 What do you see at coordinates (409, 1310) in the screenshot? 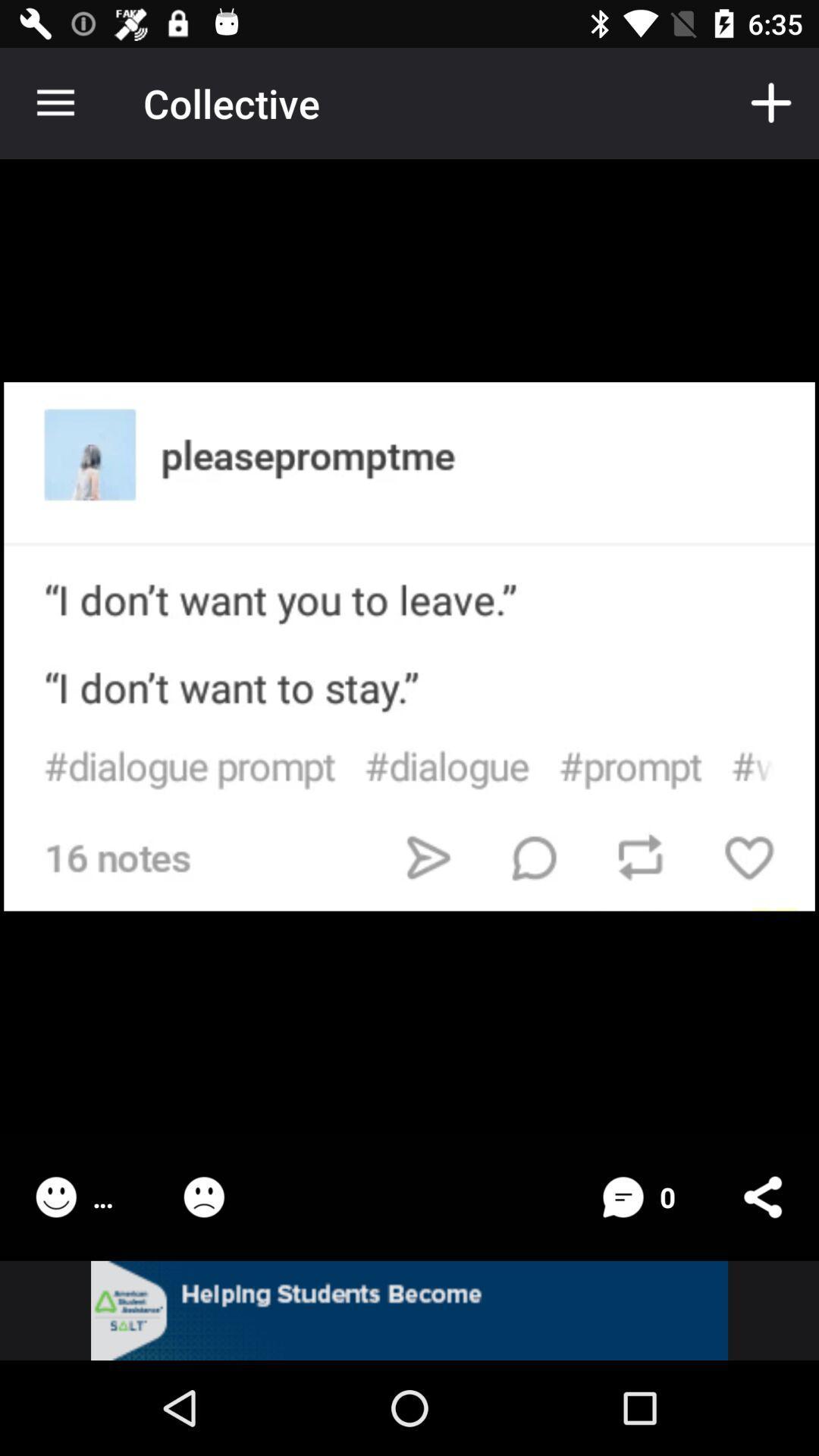
I see `advertisement bar` at bounding box center [409, 1310].